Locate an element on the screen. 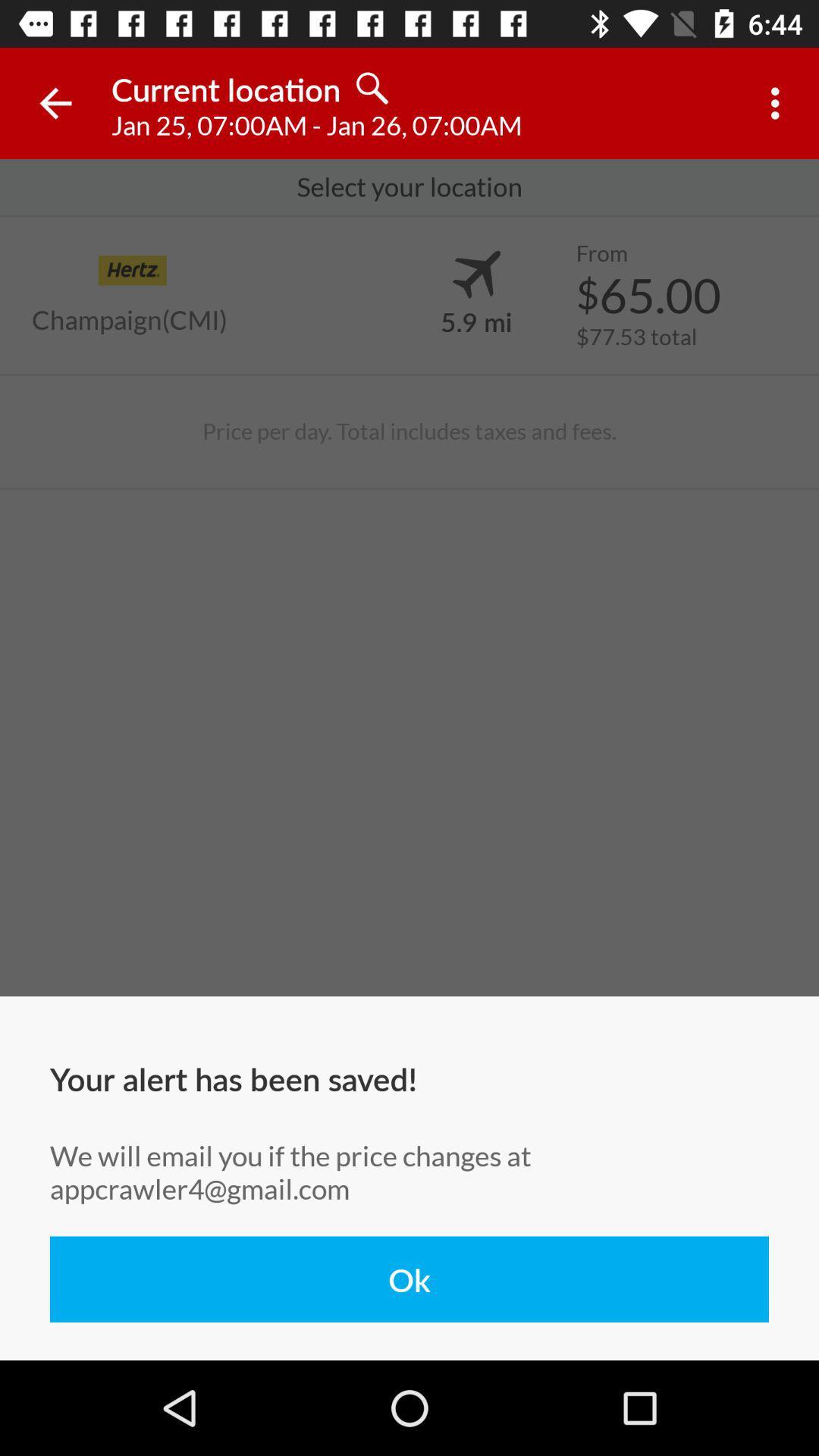  the icon above select your location item is located at coordinates (55, 102).